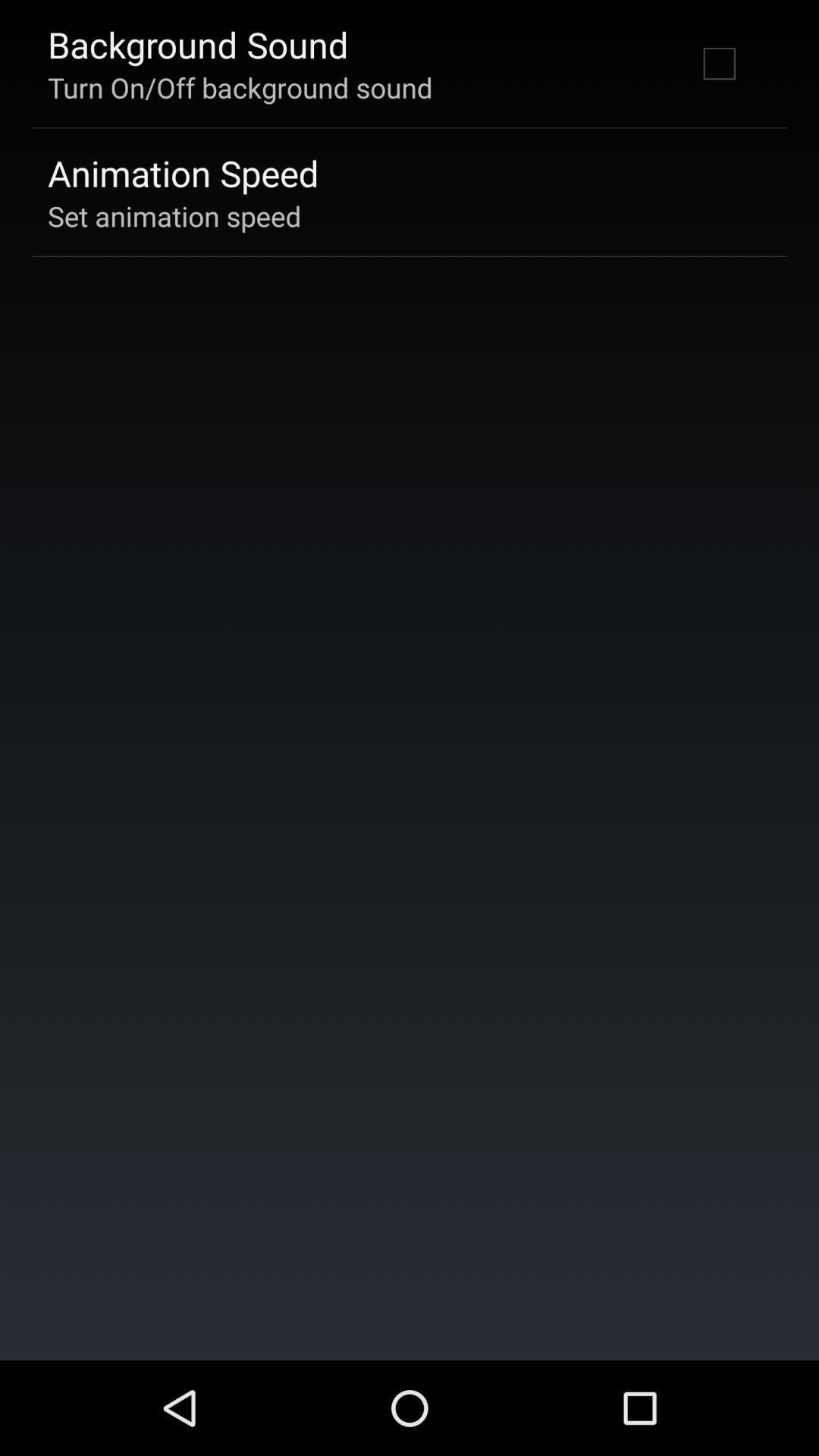 This screenshot has width=819, height=1456. I want to click on the icon at the top right corner, so click(718, 62).